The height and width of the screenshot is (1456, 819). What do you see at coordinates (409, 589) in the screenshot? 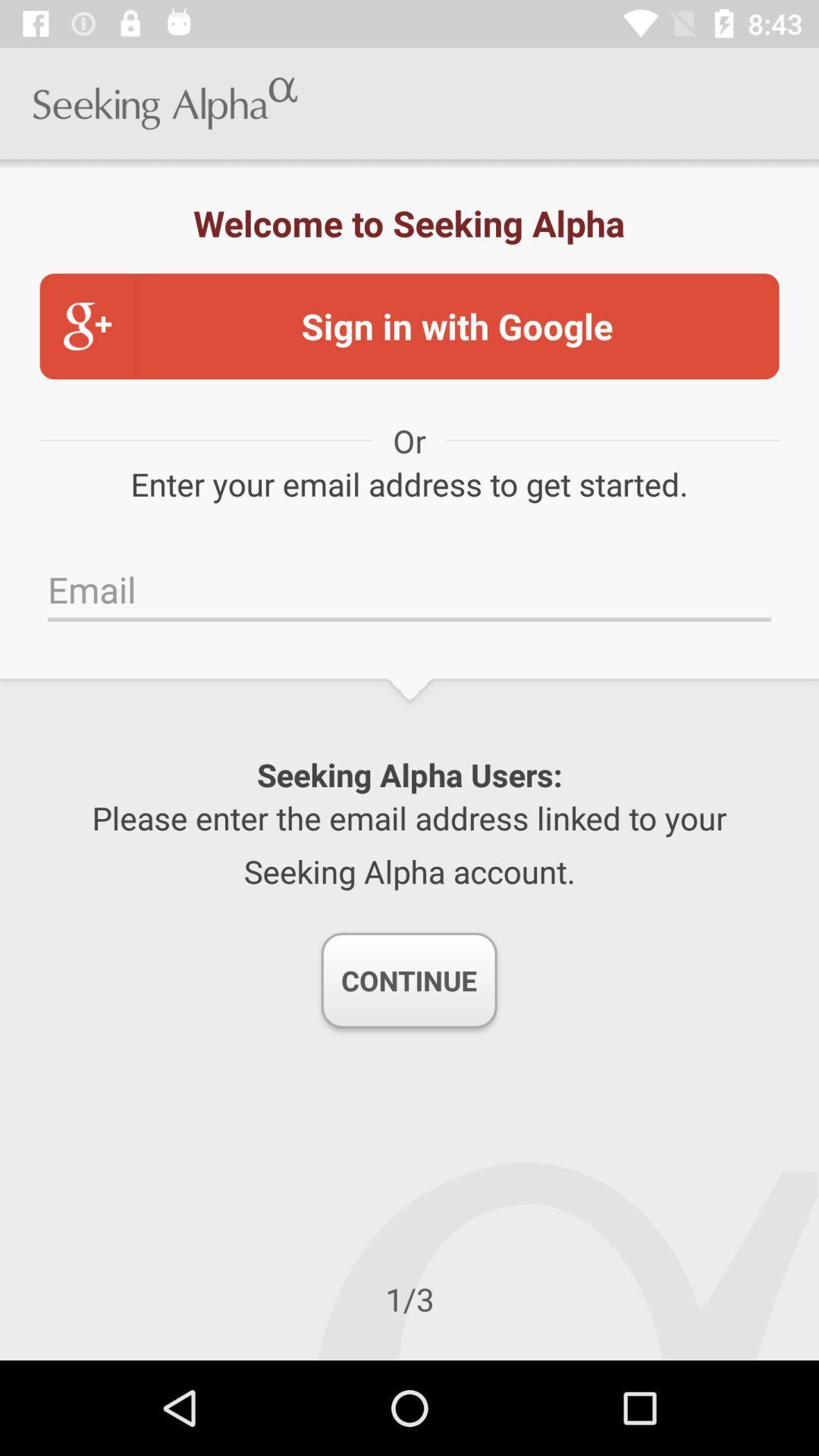
I see `the icon below the enter your email` at bounding box center [409, 589].